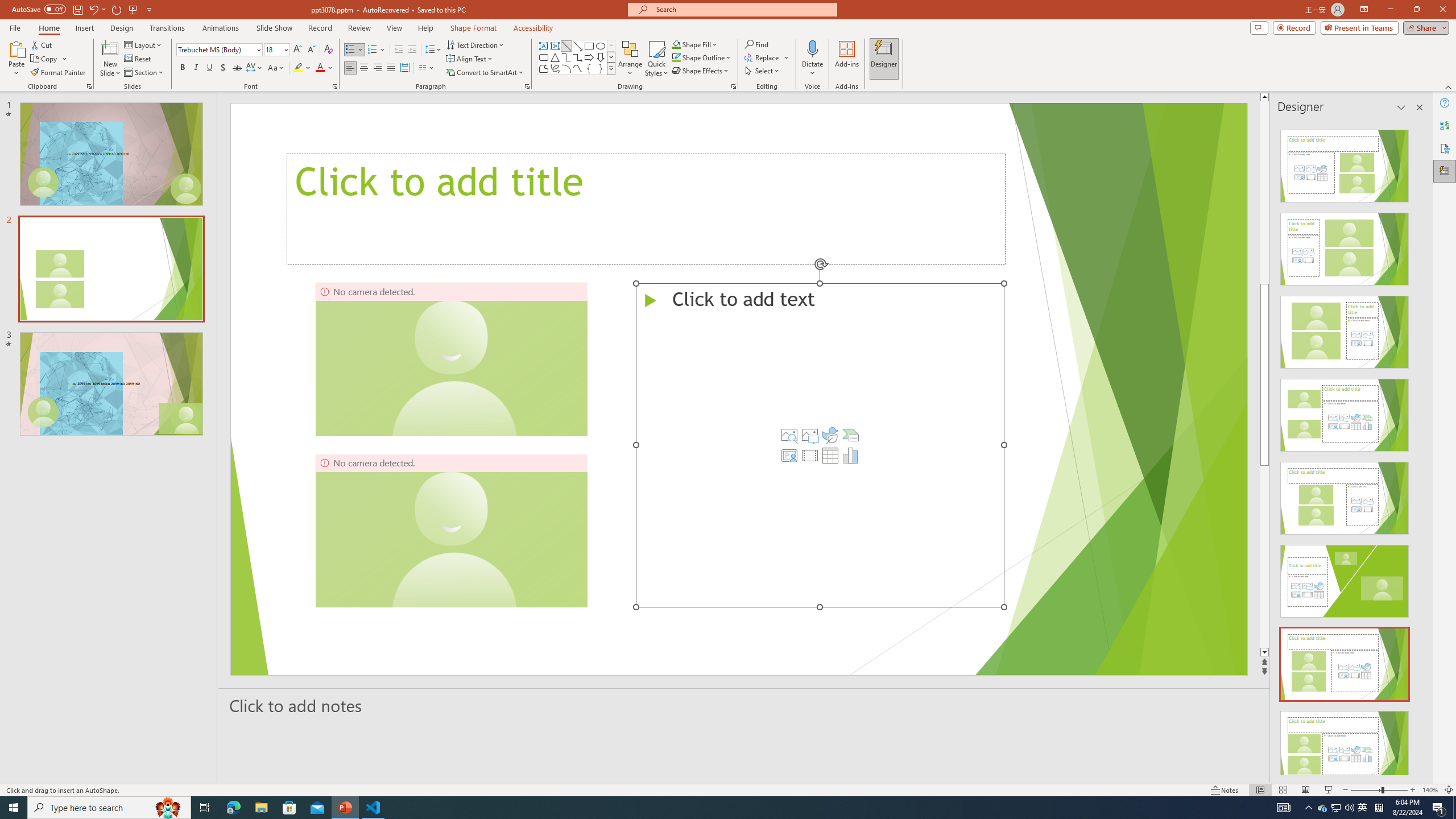  What do you see at coordinates (473, 28) in the screenshot?
I see `'Shape Format'` at bounding box center [473, 28].